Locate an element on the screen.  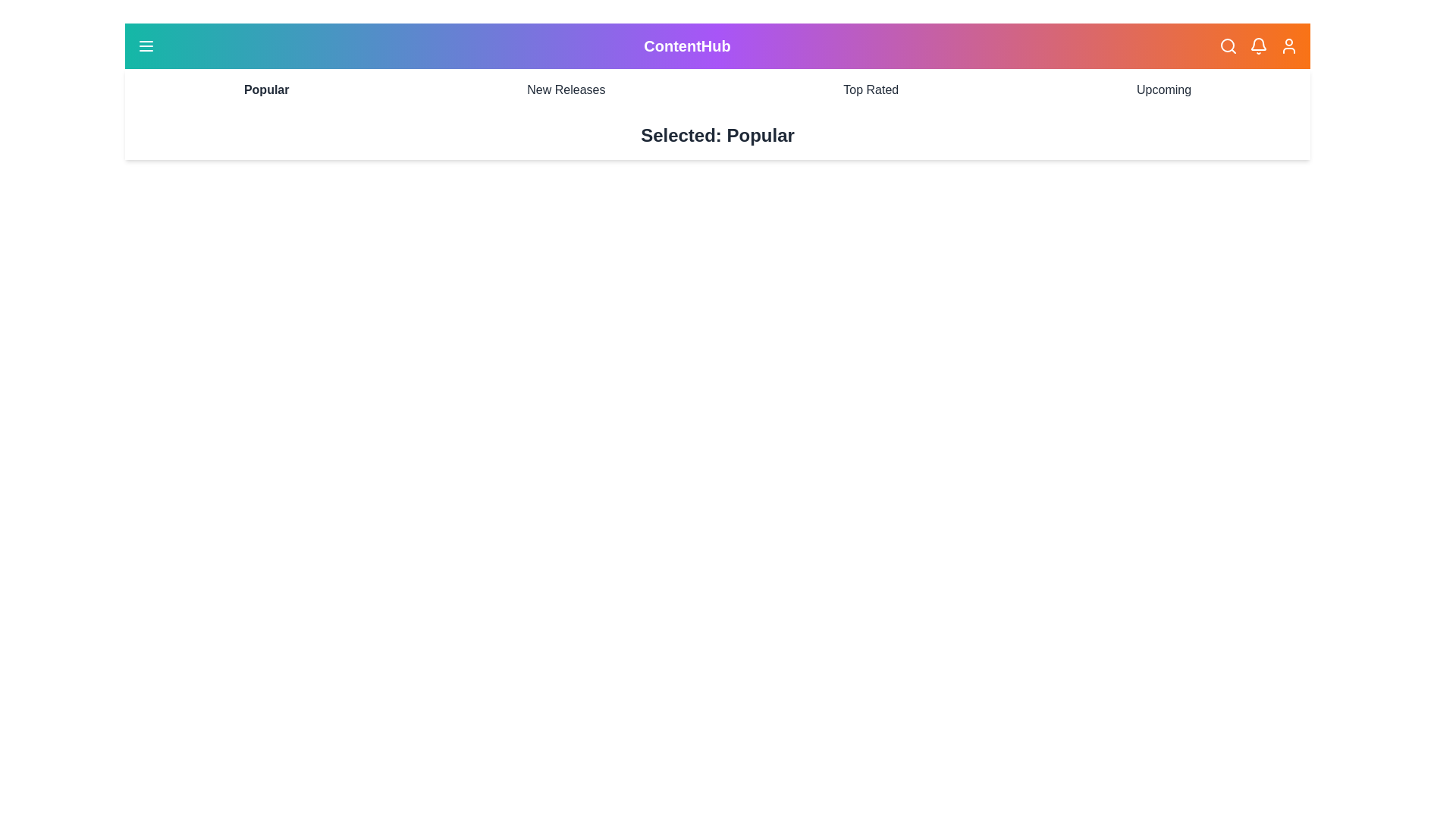
the category New Releases to select it is located at coordinates (565, 90).